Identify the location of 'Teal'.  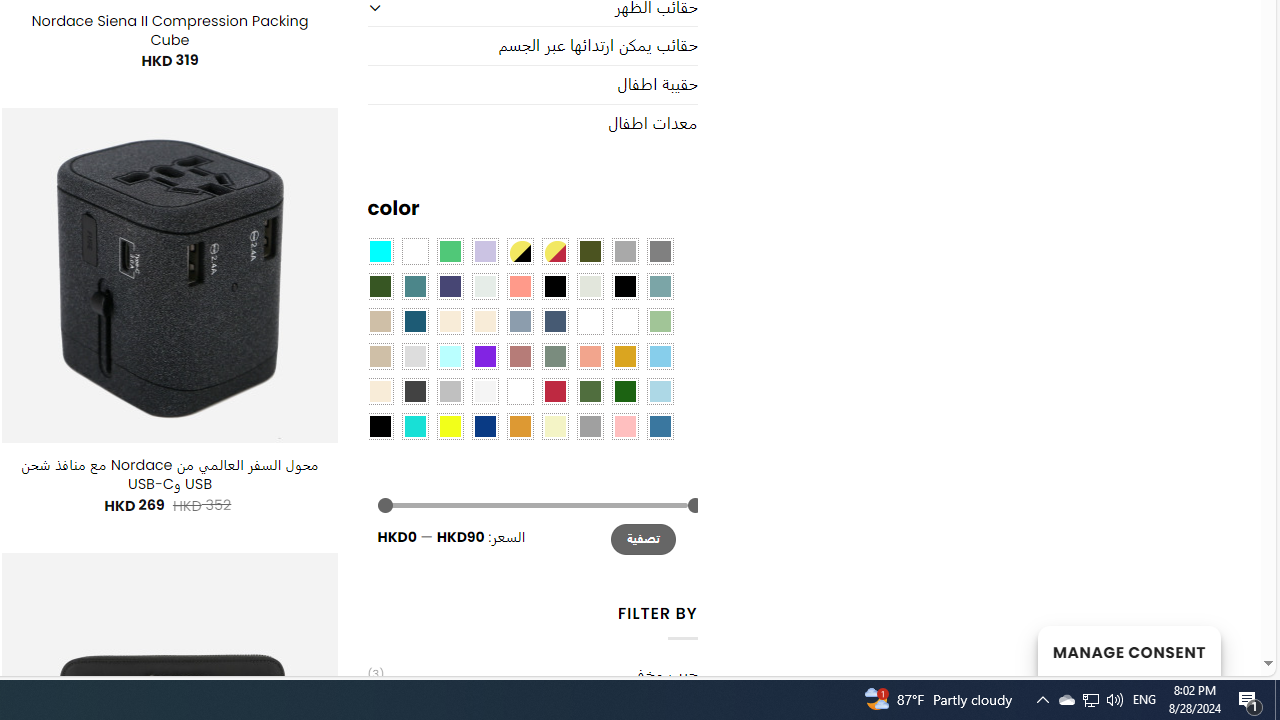
(413, 285).